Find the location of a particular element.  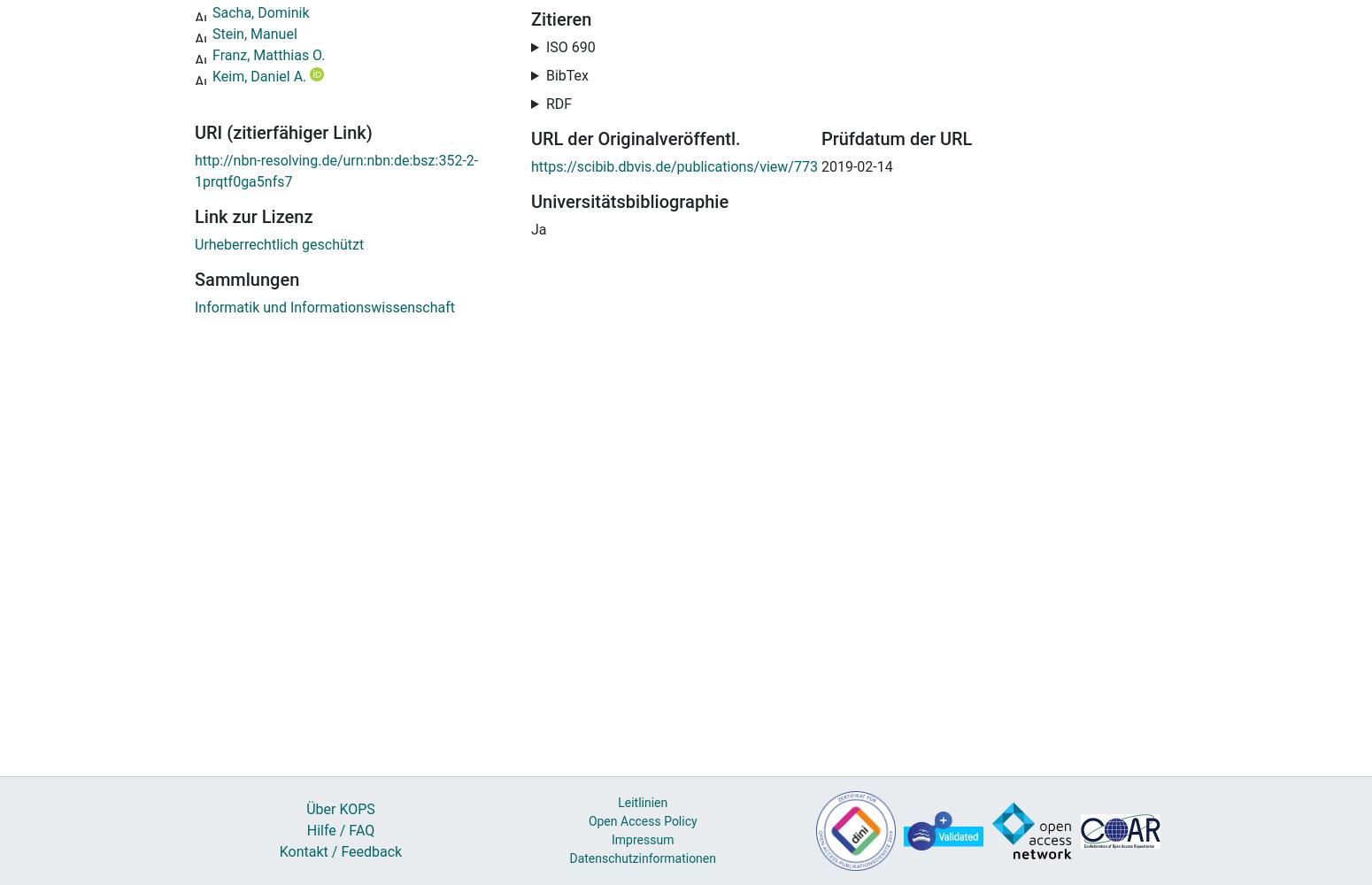

'Kontakt / Feedback' is located at coordinates (277, 850).